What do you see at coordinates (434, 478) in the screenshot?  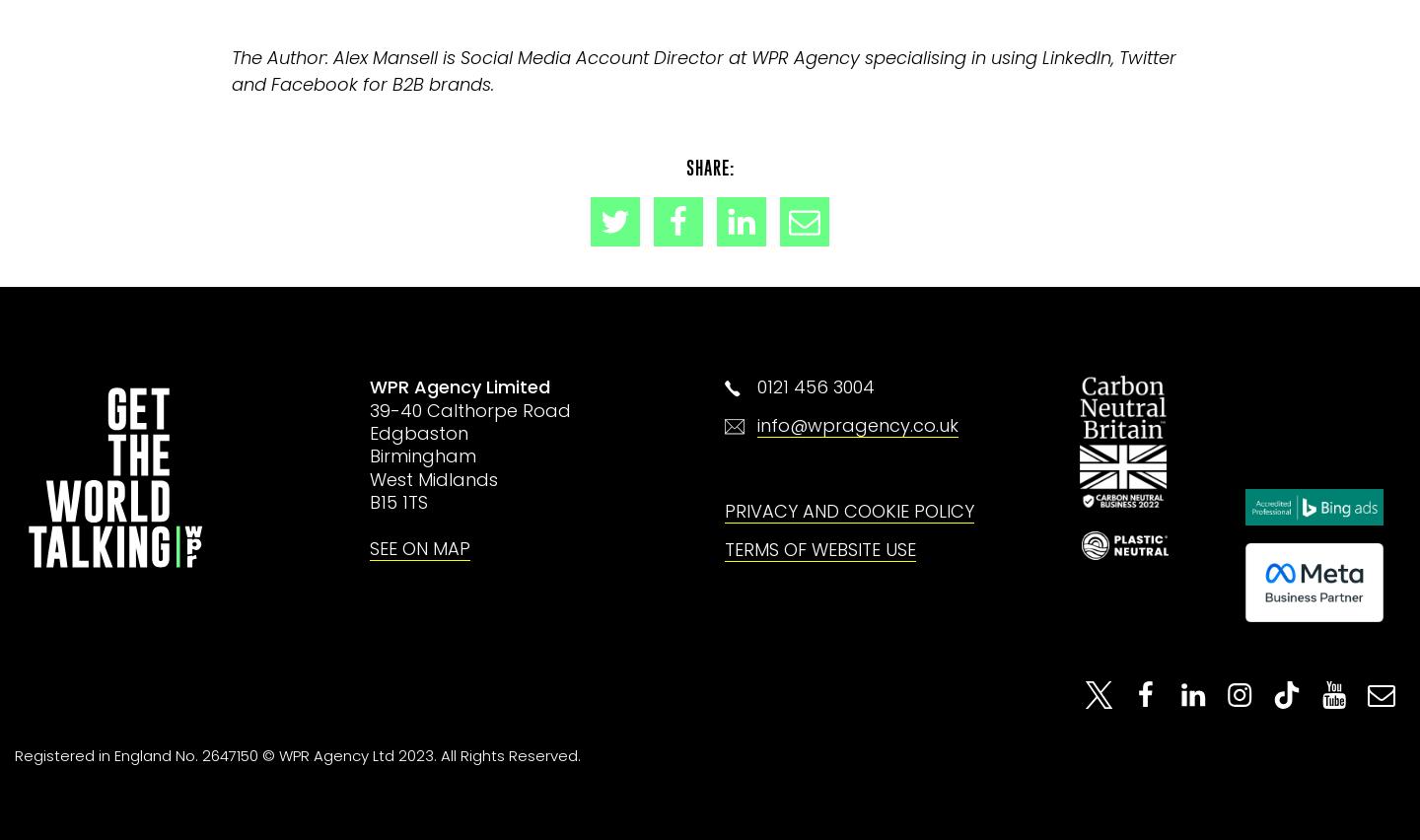 I see `'West Midlands'` at bounding box center [434, 478].